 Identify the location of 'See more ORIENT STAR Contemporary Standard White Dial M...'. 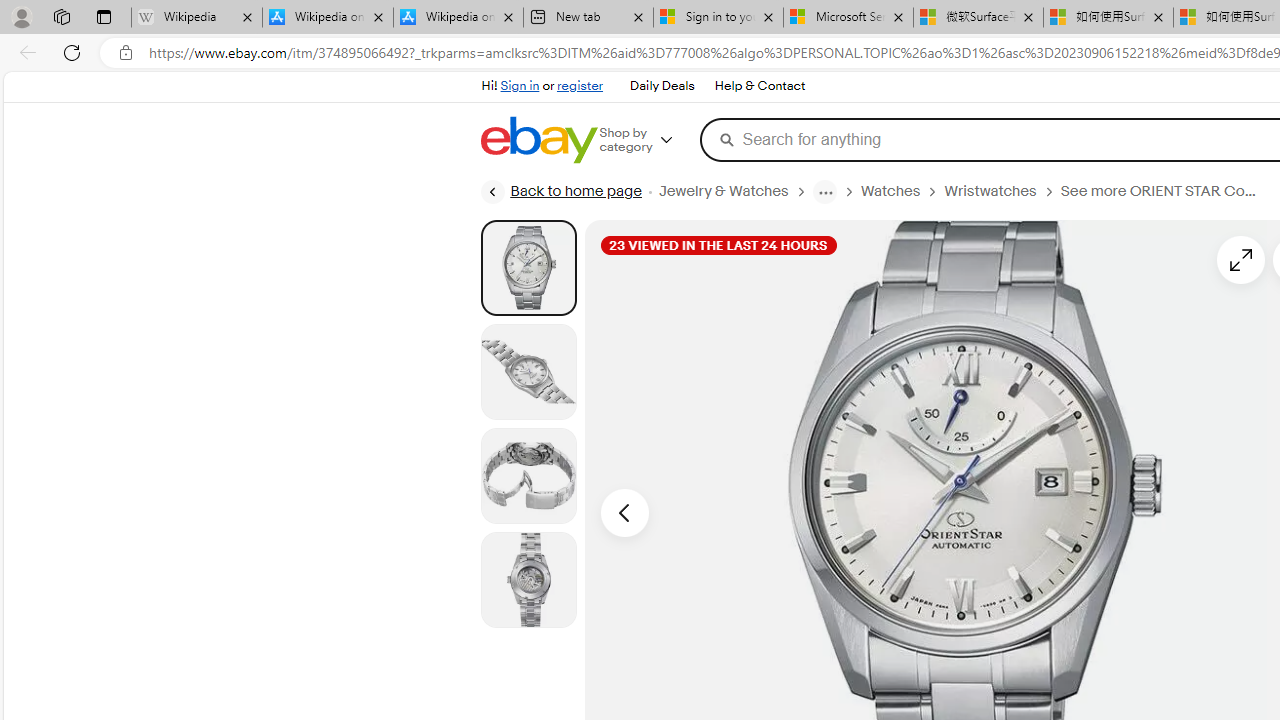
(1168, 191).